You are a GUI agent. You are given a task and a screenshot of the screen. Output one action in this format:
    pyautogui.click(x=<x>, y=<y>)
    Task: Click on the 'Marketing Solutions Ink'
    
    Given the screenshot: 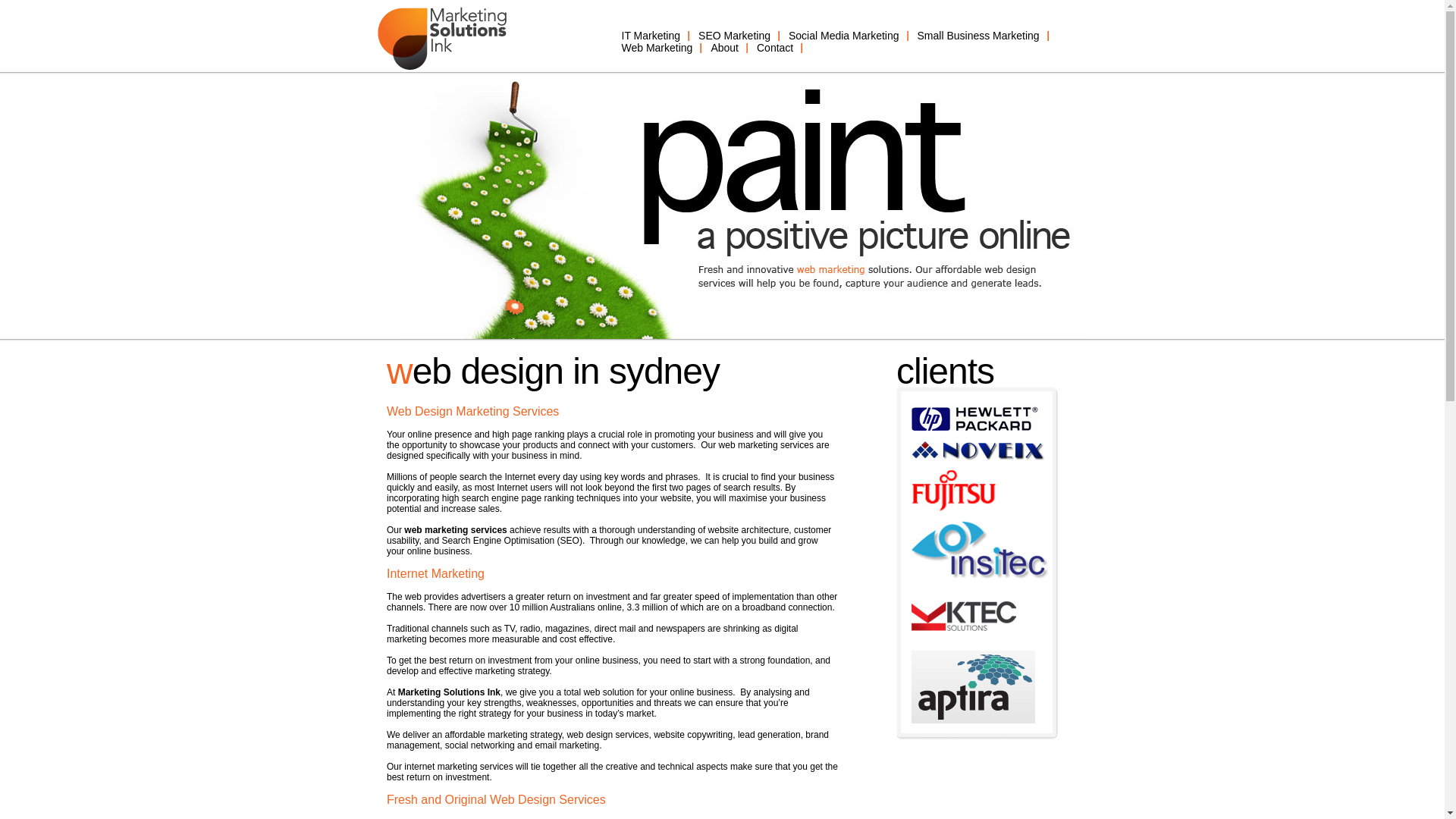 What is the action you would take?
    pyautogui.click(x=448, y=692)
    